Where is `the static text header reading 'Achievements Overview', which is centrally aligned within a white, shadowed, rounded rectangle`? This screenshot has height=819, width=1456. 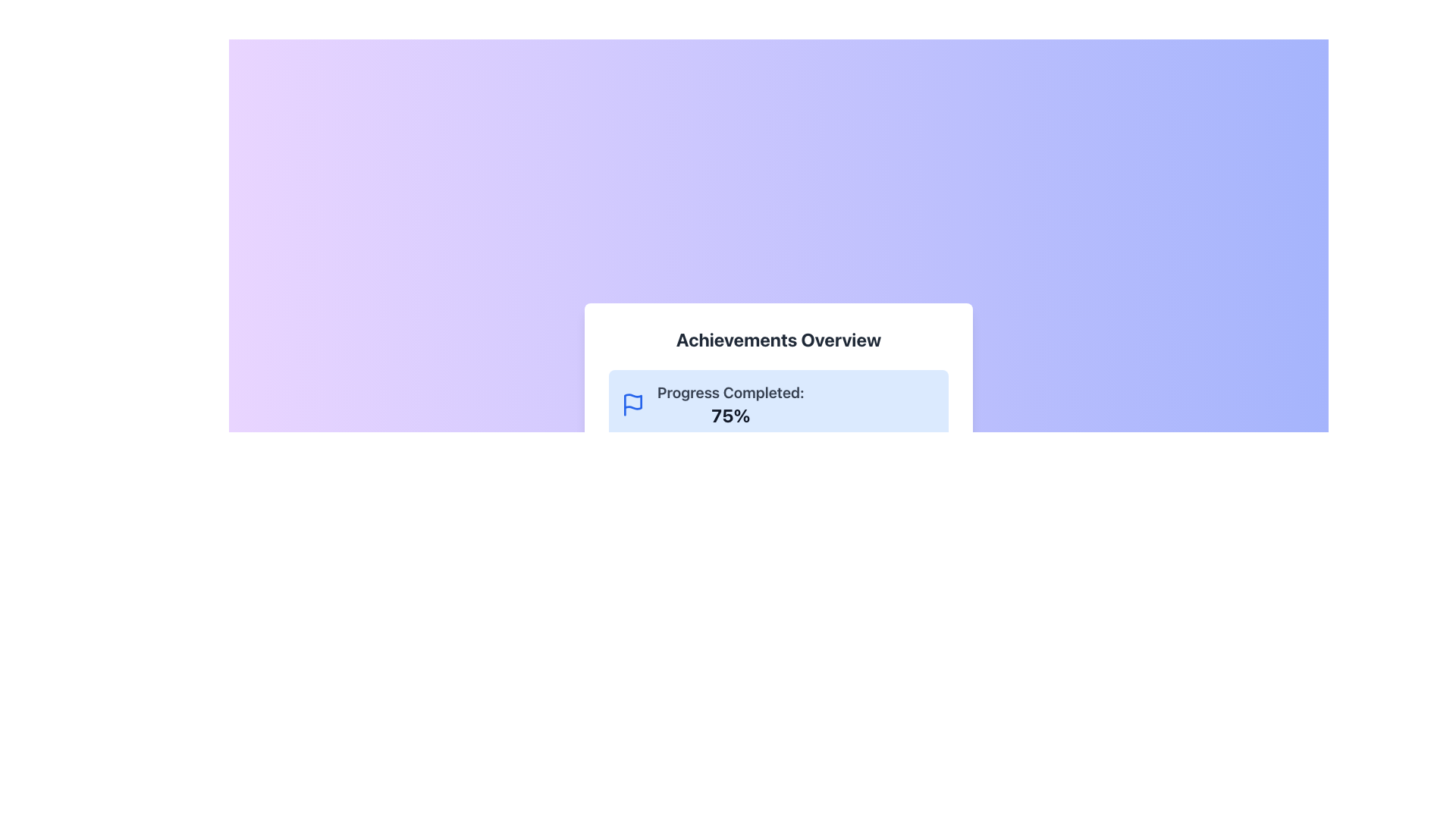
the static text header reading 'Achievements Overview', which is centrally aligned within a white, shadowed, rounded rectangle is located at coordinates (779, 338).